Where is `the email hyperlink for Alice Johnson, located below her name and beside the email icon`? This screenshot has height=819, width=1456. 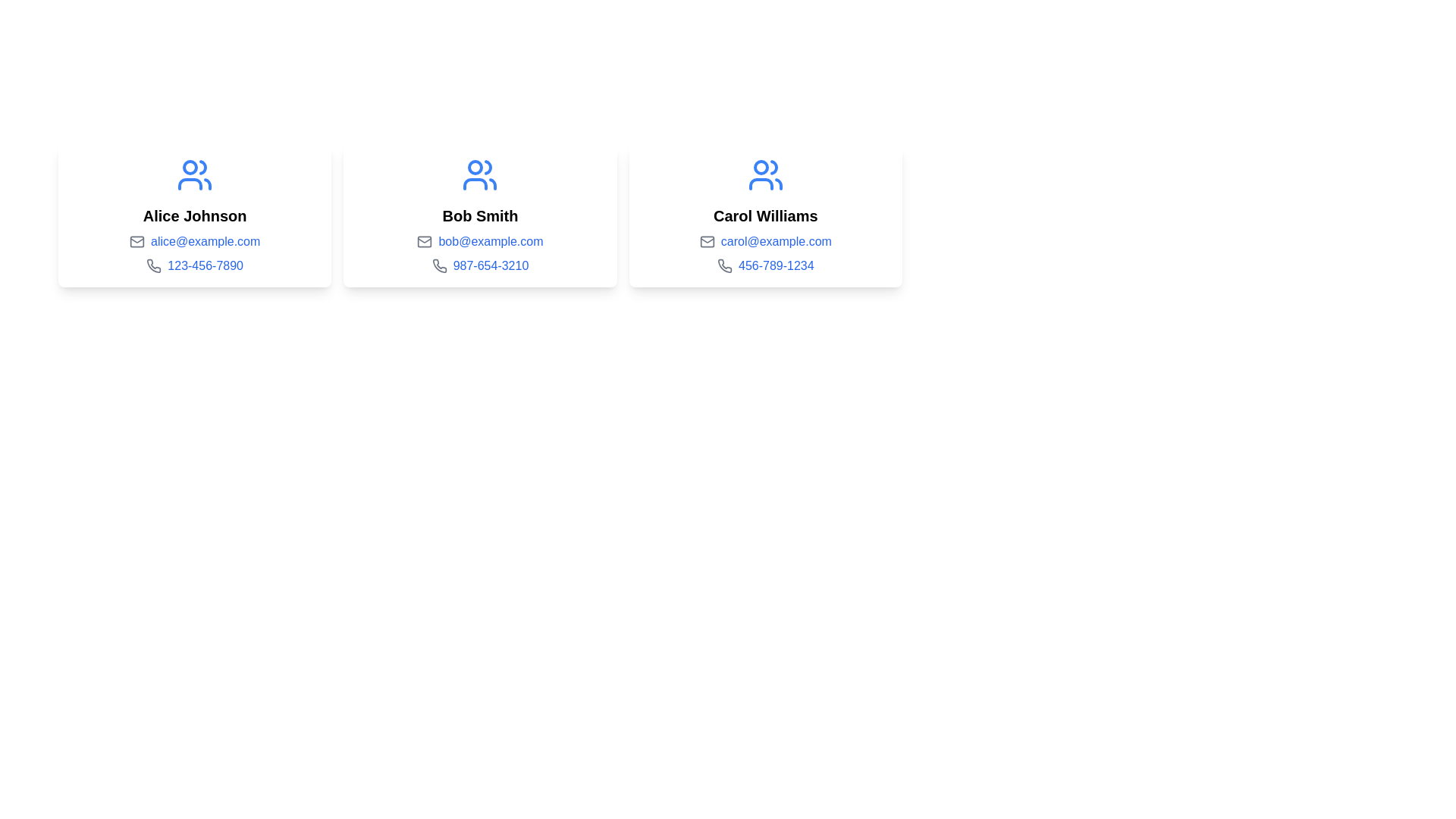 the email hyperlink for Alice Johnson, located below her name and beside the email icon is located at coordinates (205, 241).